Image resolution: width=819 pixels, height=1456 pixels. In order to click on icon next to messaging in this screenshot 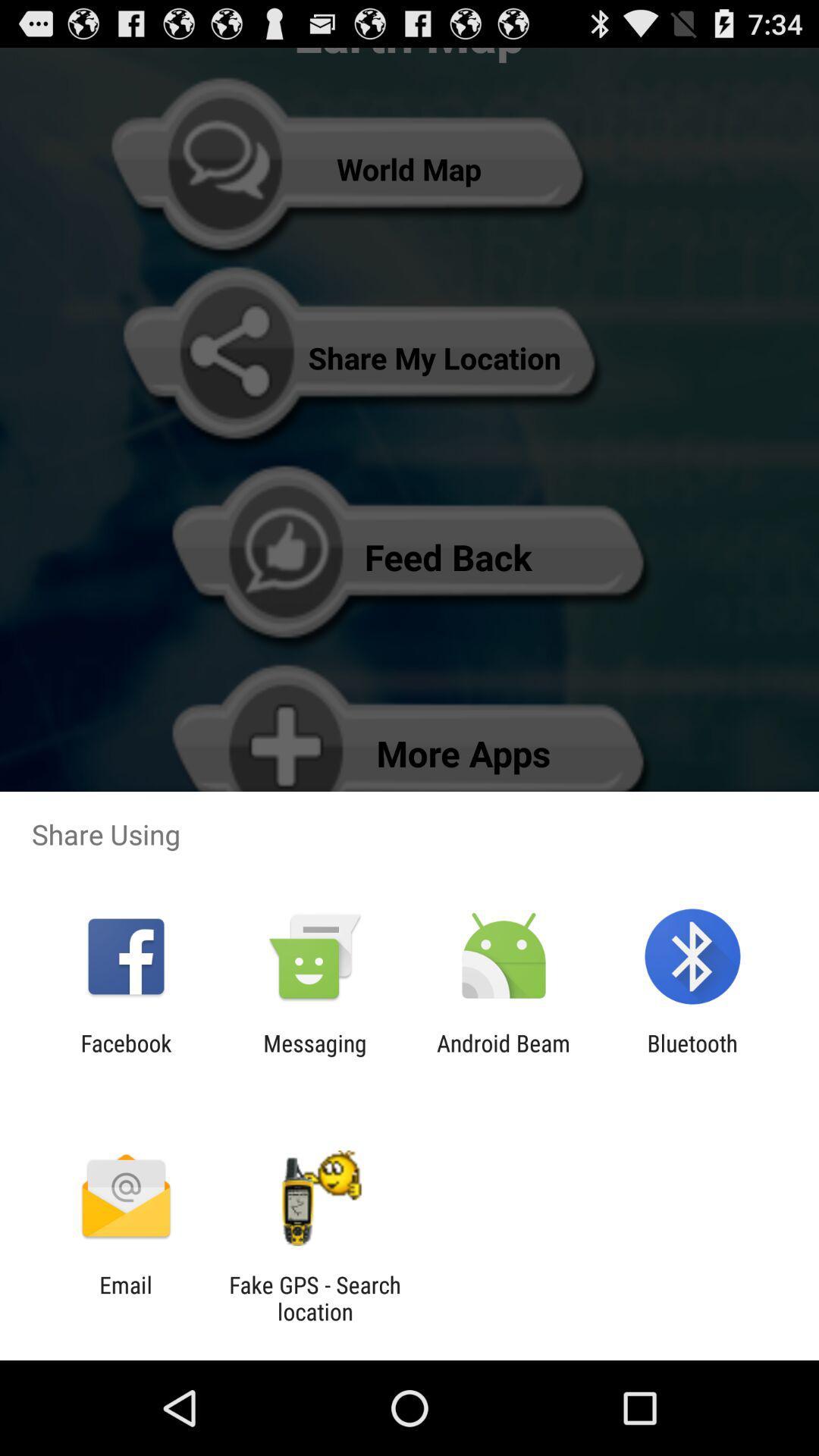, I will do `click(504, 1056)`.